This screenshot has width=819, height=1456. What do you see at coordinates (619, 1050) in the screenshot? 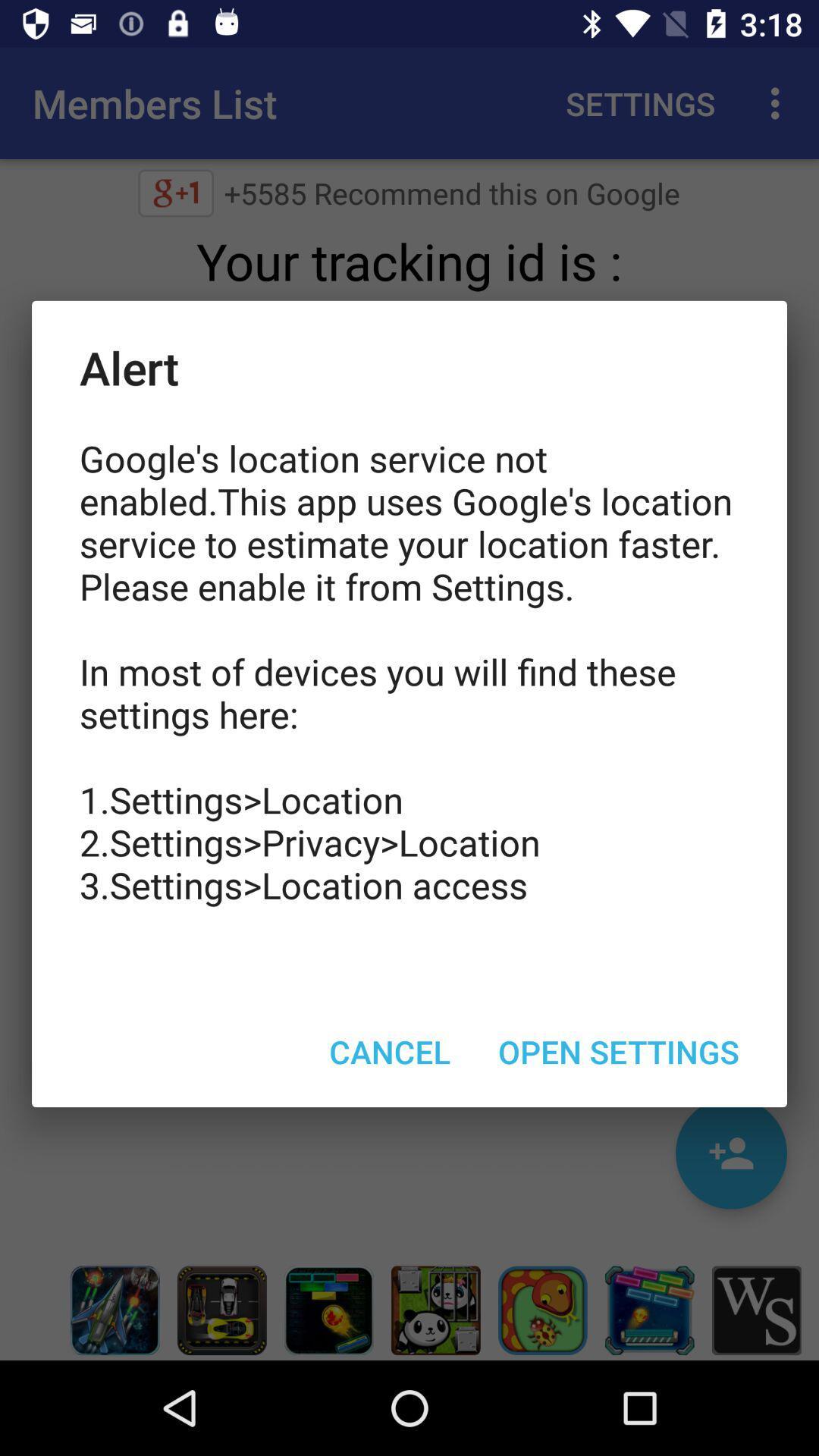
I see `the item at the bottom right corner` at bounding box center [619, 1050].